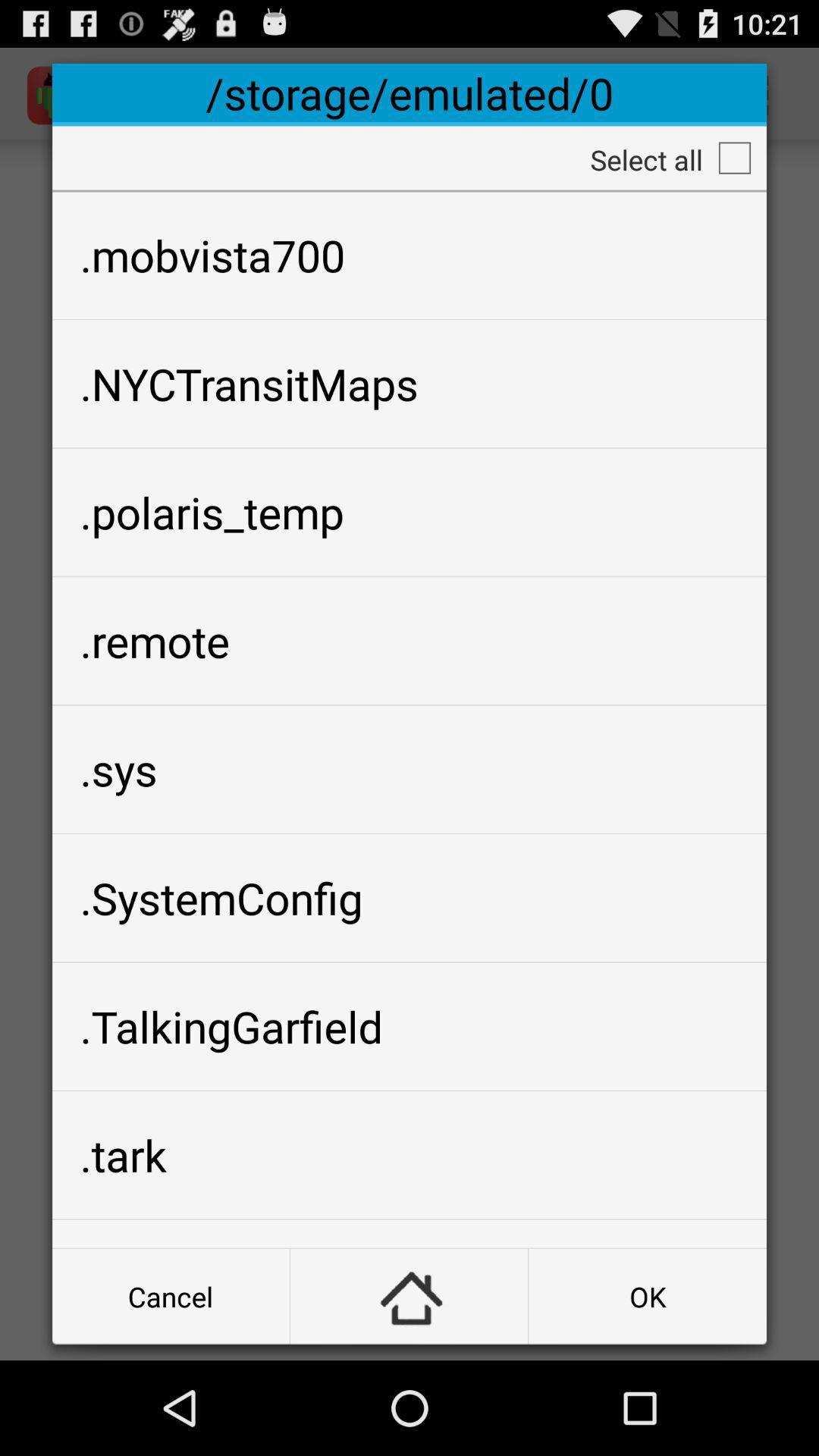 Image resolution: width=819 pixels, height=1456 pixels. Describe the element at coordinates (408, 1295) in the screenshot. I see `the icon below .transportext app` at that location.